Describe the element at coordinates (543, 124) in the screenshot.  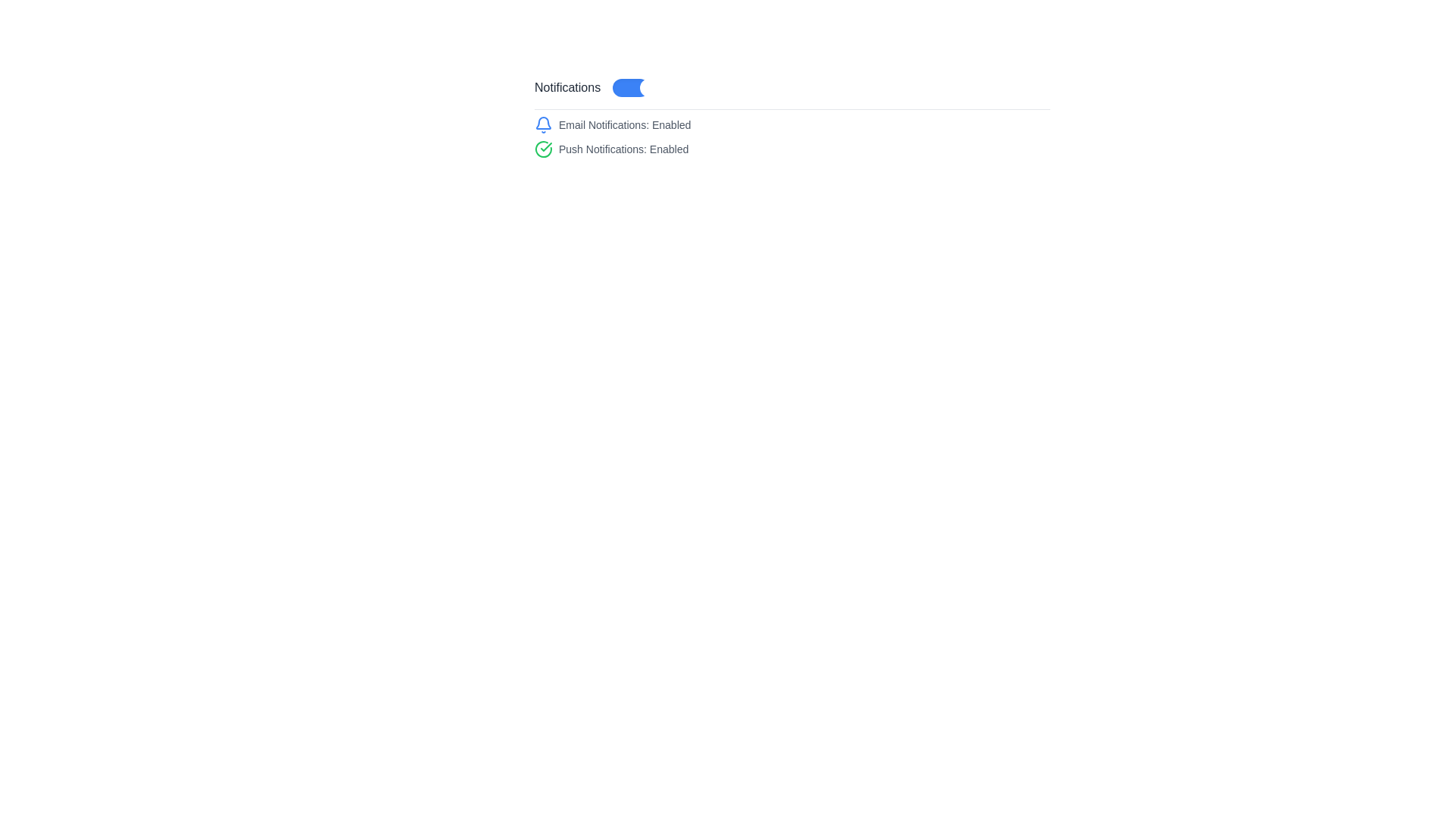
I see `the blue bell icon representing notifications, located to the left of the text 'Email Notifications: Enabled'` at that location.